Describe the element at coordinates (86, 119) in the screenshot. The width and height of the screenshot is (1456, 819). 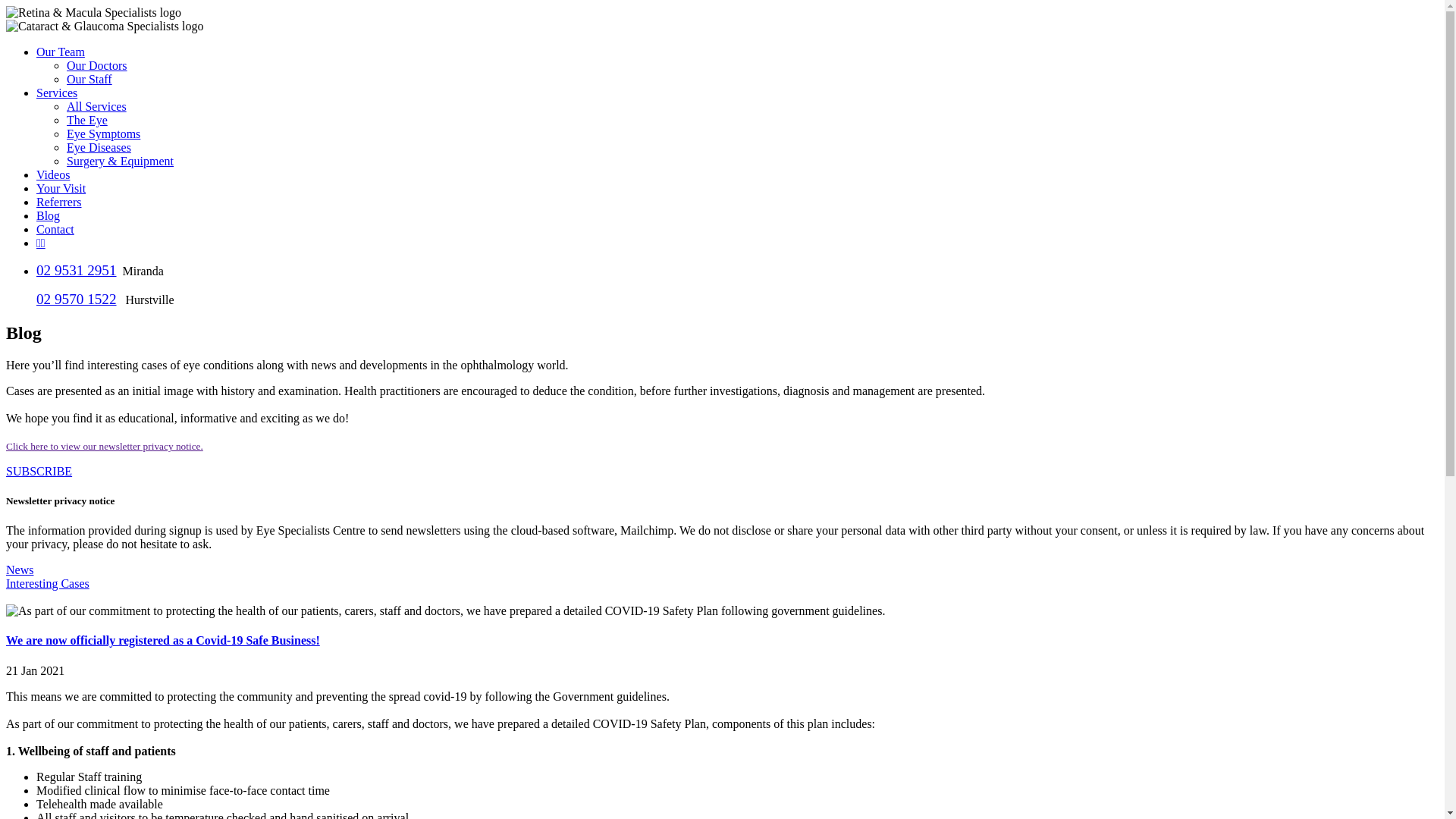
I see `'The Eye'` at that location.